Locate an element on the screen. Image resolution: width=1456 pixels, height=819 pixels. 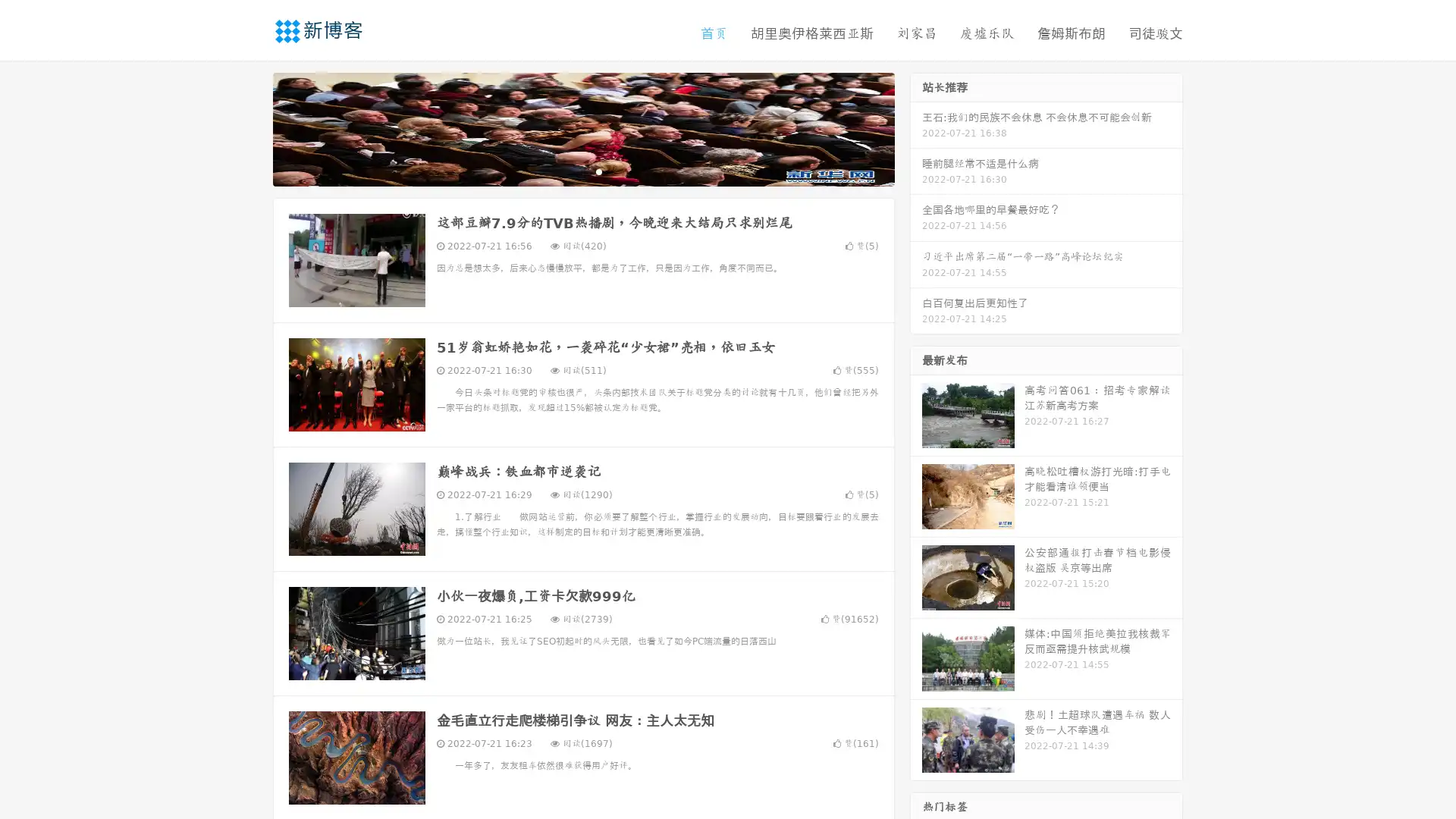
Next slide is located at coordinates (916, 127).